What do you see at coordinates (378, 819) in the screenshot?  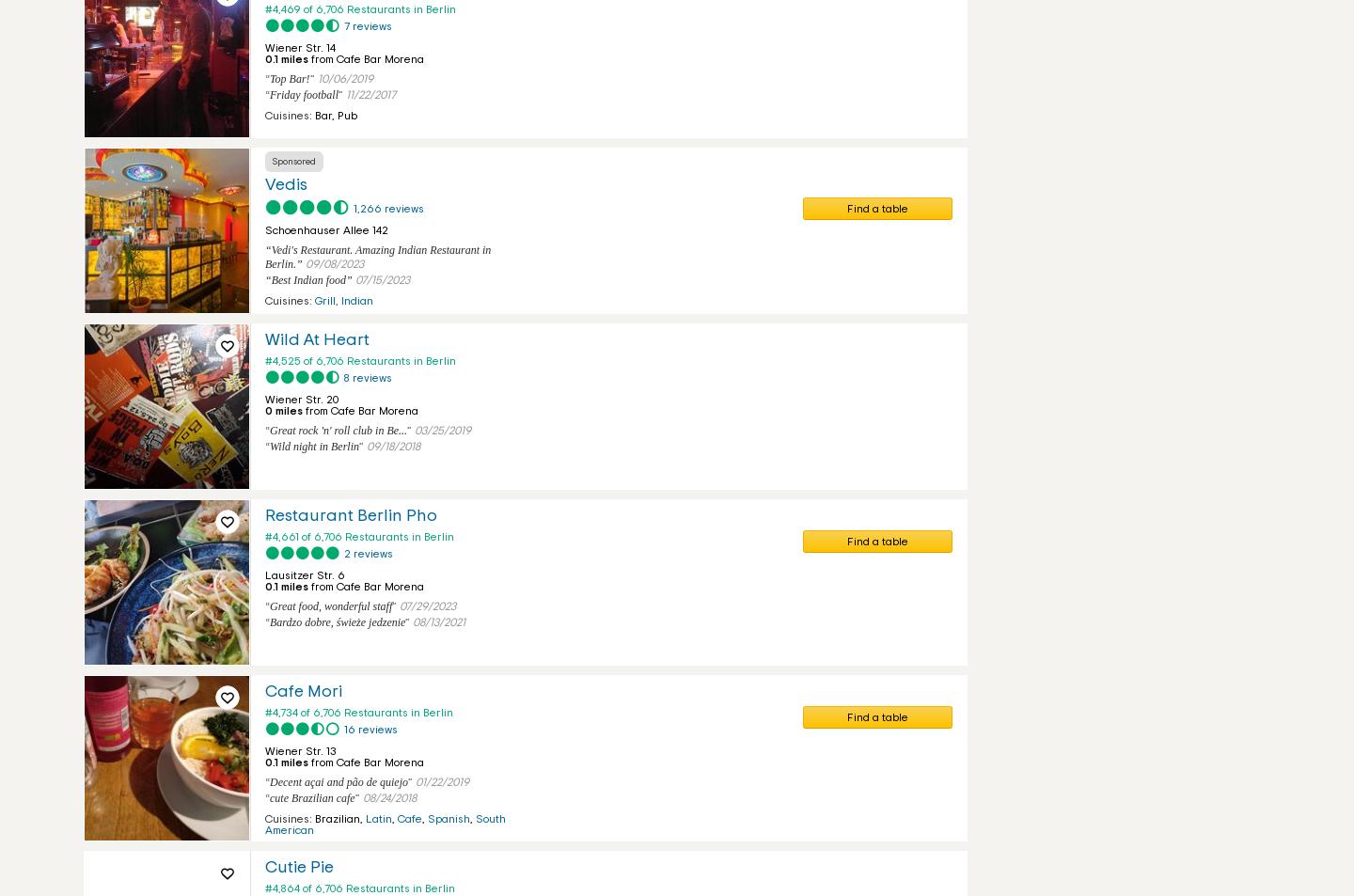 I see `'Latin'` at bounding box center [378, 819].